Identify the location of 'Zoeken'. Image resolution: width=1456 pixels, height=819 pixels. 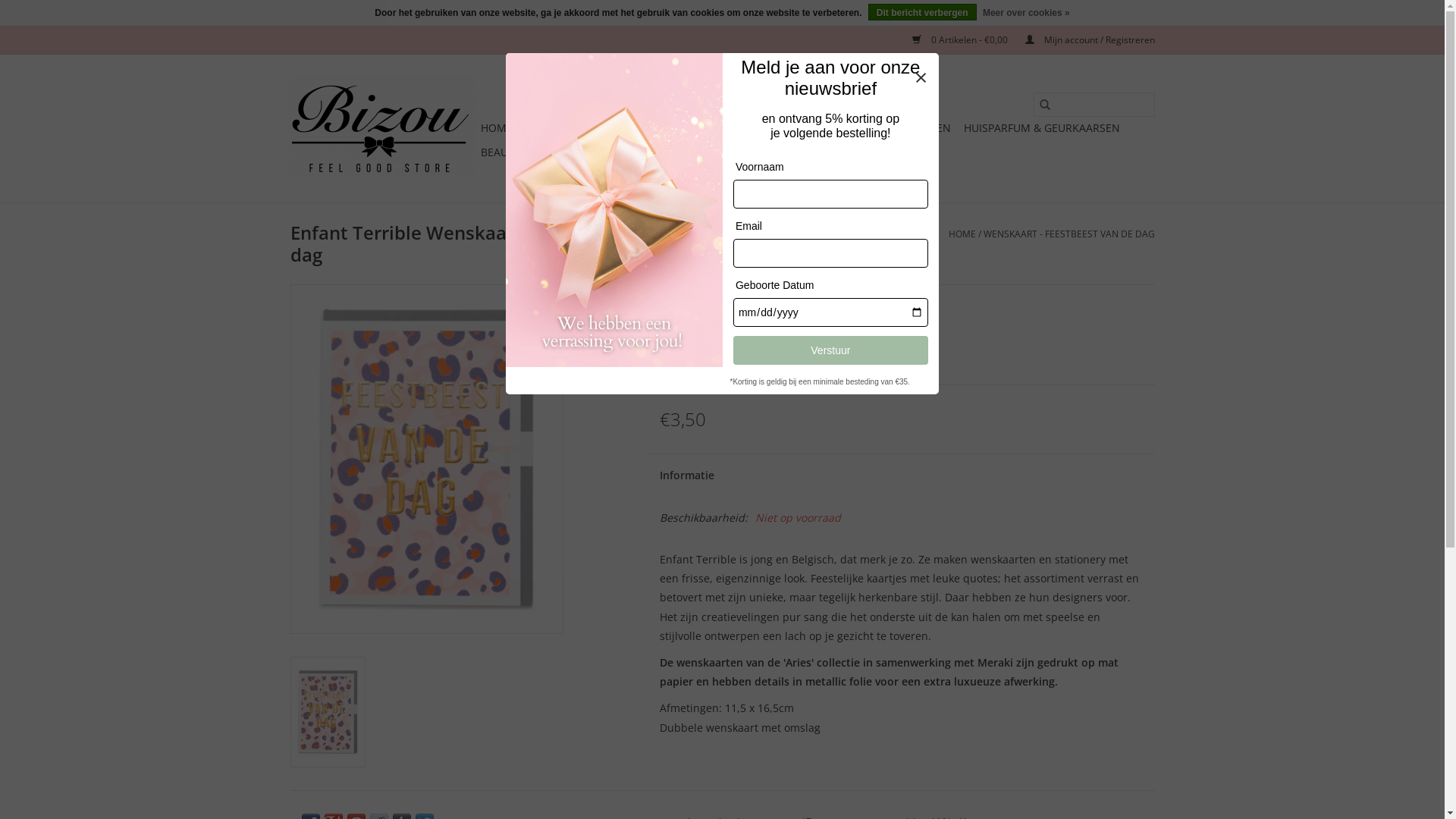
(1032, 104).